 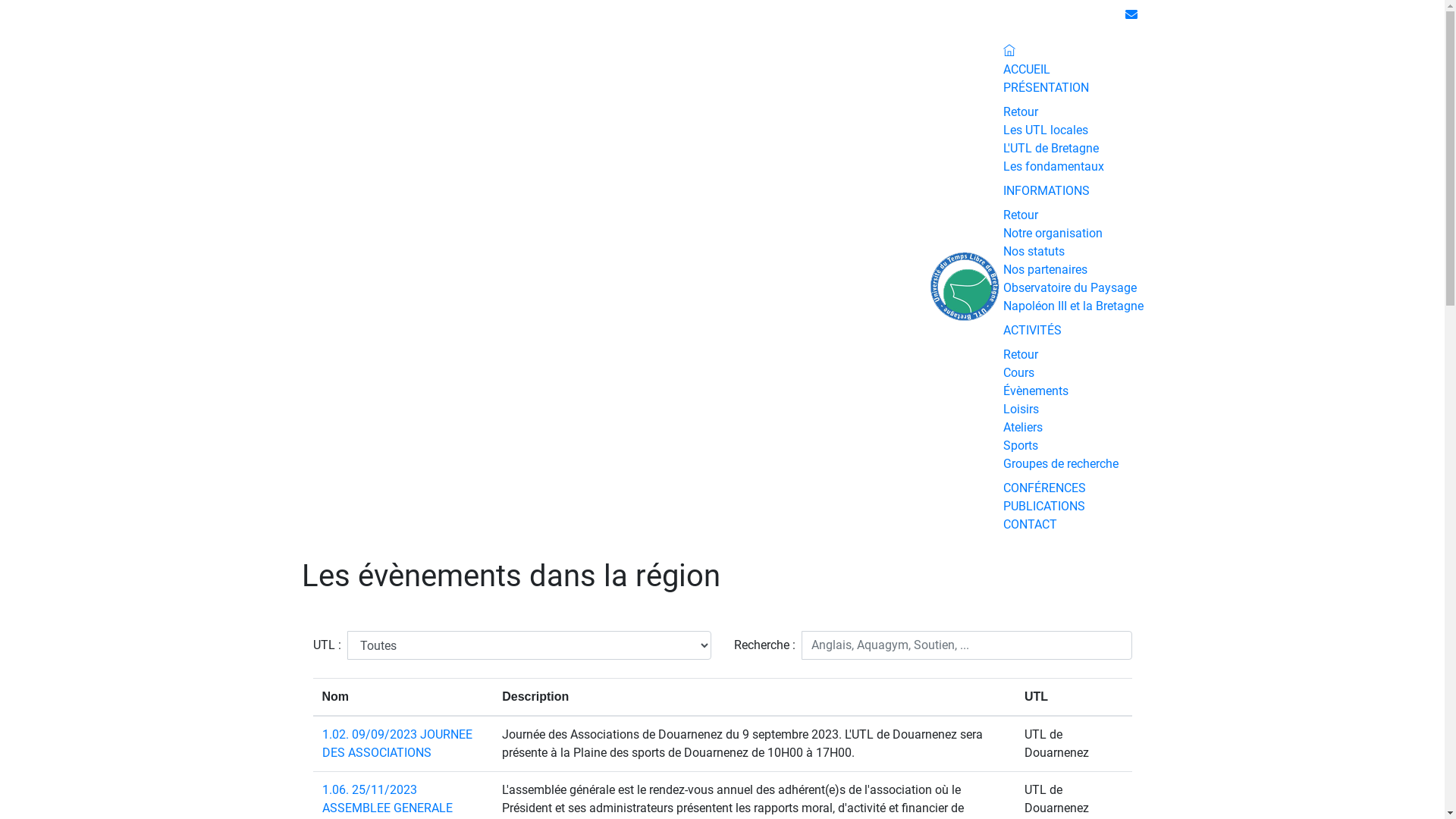 I want to click on 'CONTACT', so click(x=1029, y=523).